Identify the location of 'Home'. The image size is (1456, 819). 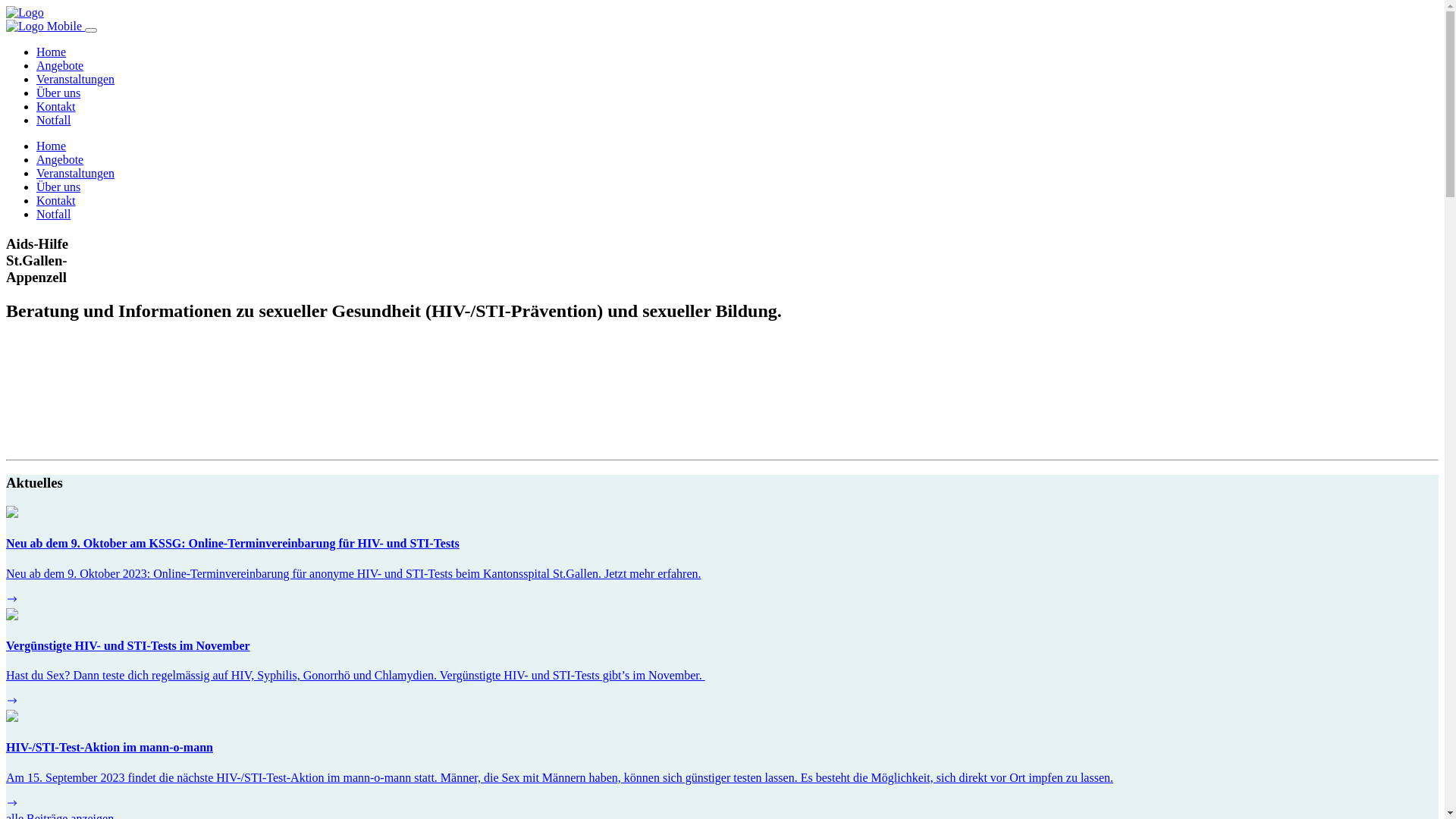
(51, 146).